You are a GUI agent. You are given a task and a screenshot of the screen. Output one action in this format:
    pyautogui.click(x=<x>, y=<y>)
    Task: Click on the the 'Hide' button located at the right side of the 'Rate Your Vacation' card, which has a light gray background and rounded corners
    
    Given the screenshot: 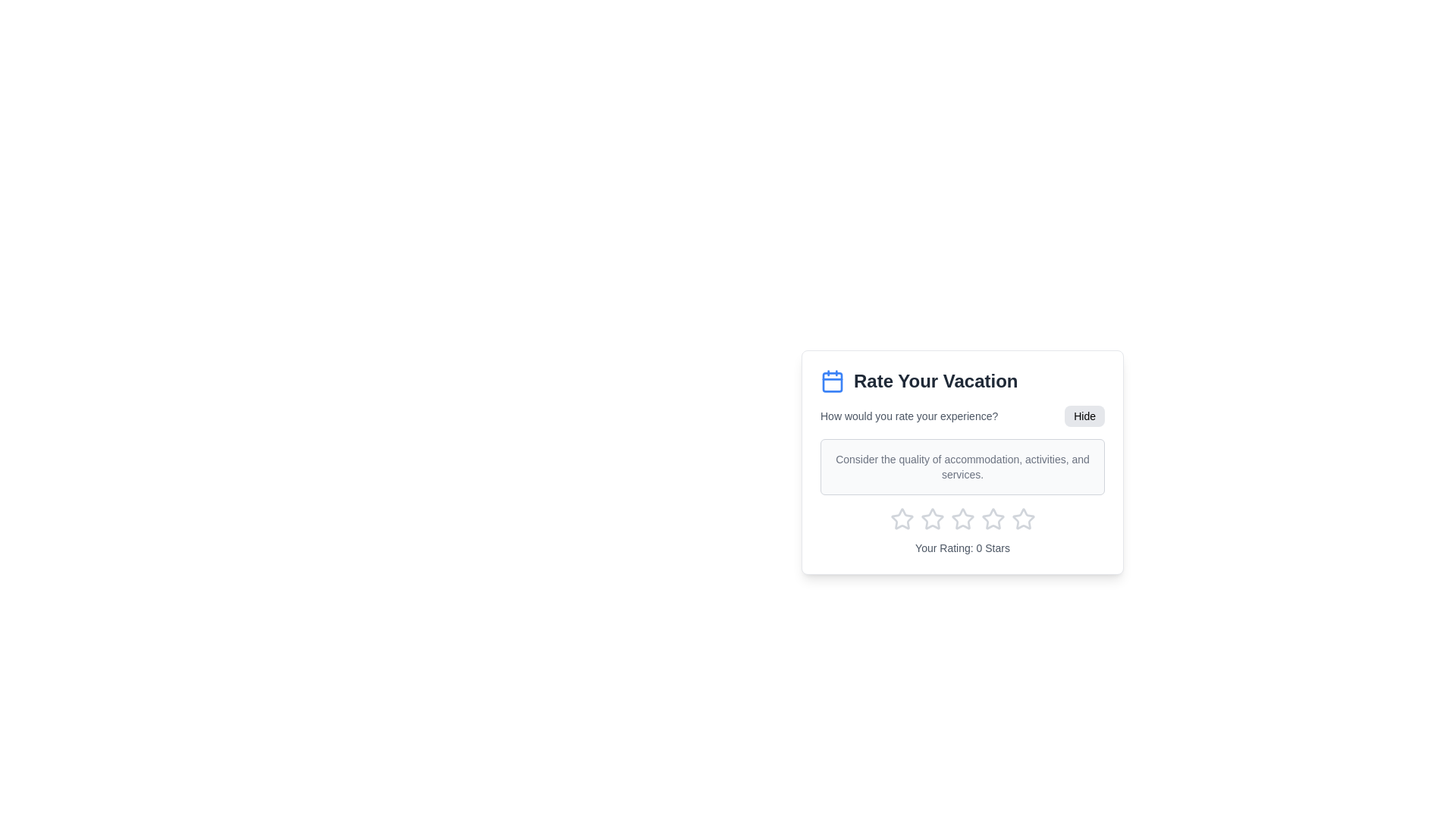 What is the action you would take?
    pyautogui.click(x=1084, y=416)
    